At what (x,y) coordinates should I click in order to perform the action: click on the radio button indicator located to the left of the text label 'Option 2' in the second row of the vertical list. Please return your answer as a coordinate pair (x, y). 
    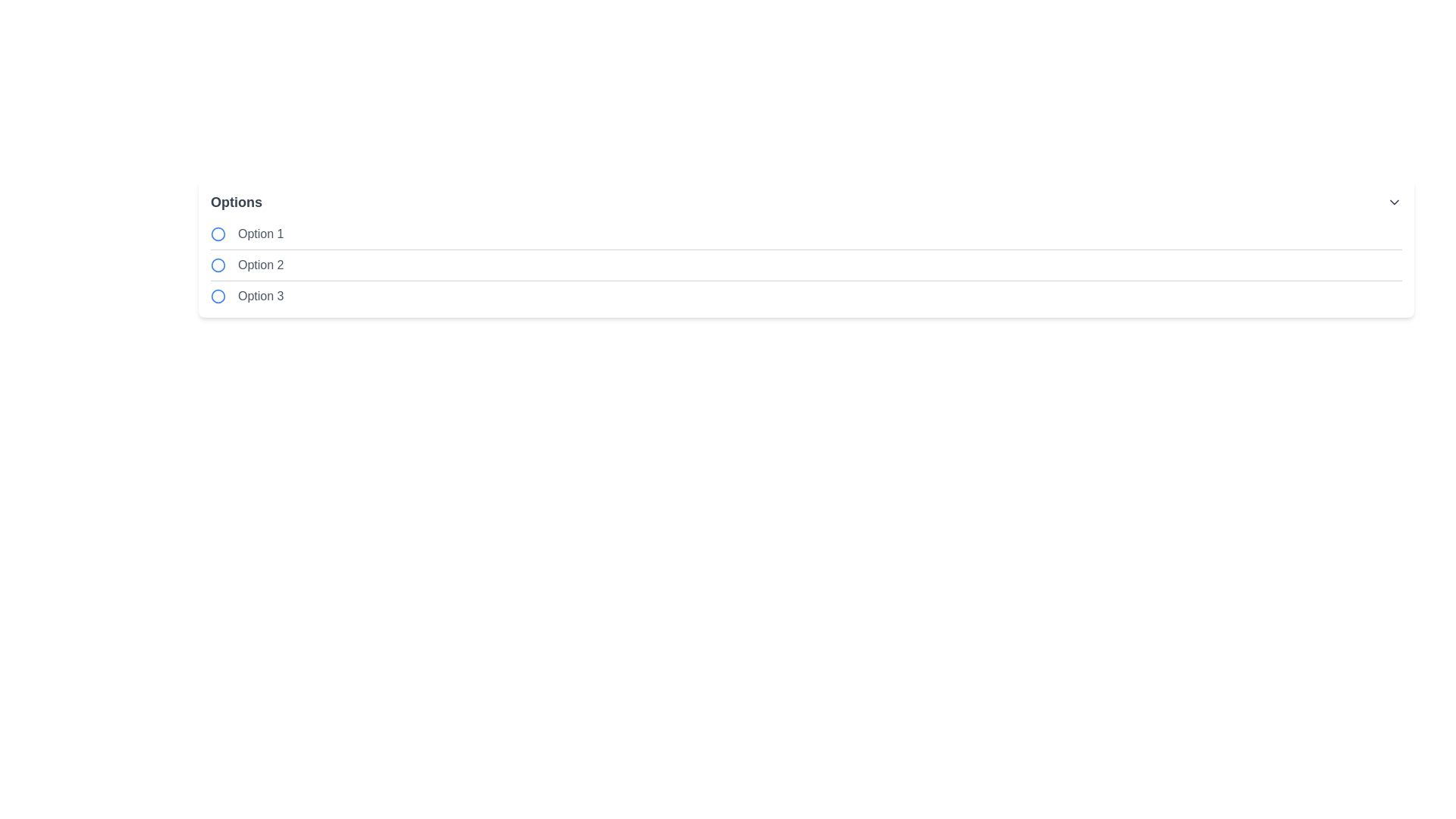
    Looking at the image, I should click on (218, 265).